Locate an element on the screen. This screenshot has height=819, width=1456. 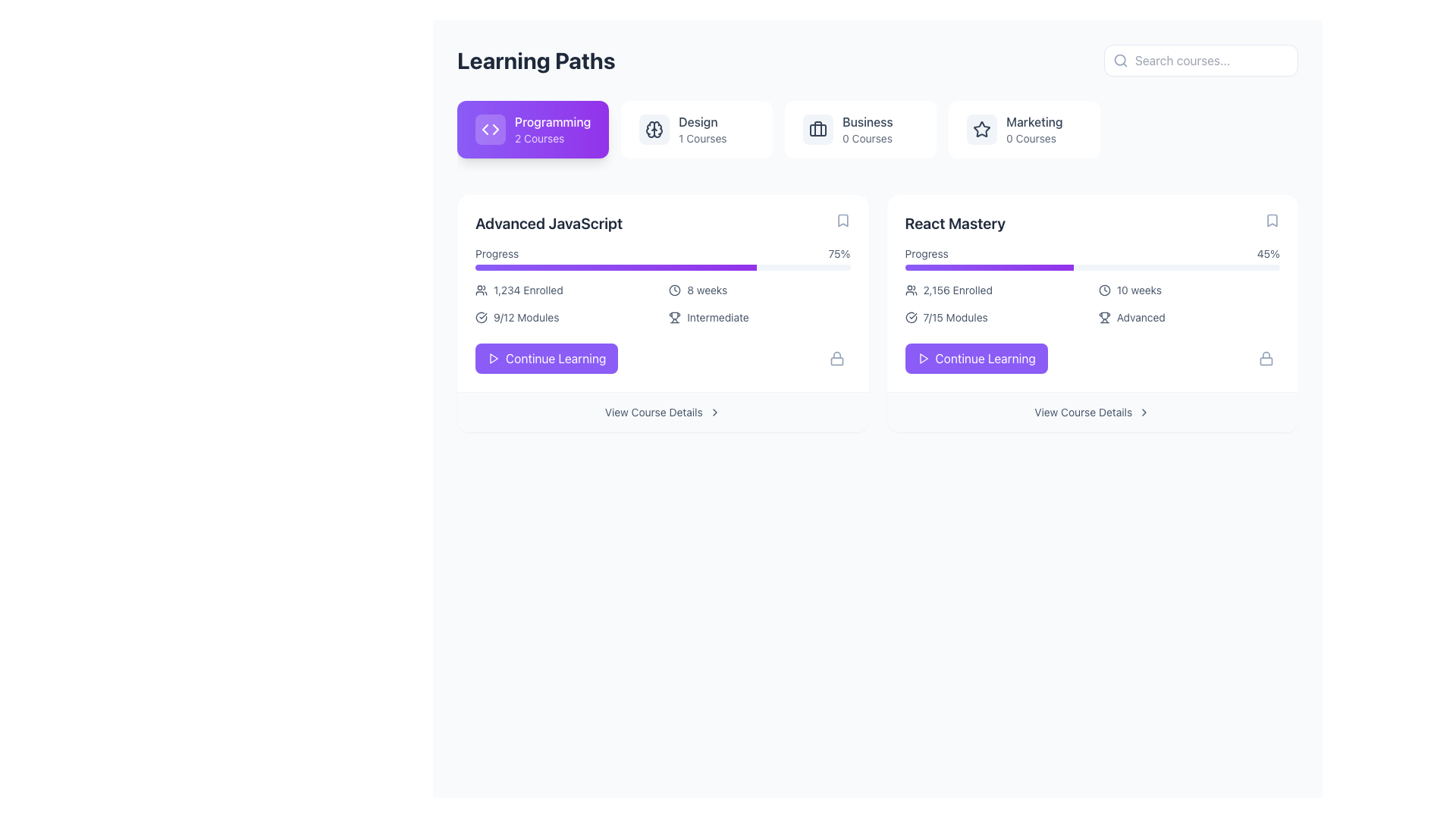
the Progress Bar representing 75% completion of the 'Advanced JavaScript' course, located within a white card on the left side of the interface, below the text 'Progress' and '75%' is located at coordinates (663, 267).